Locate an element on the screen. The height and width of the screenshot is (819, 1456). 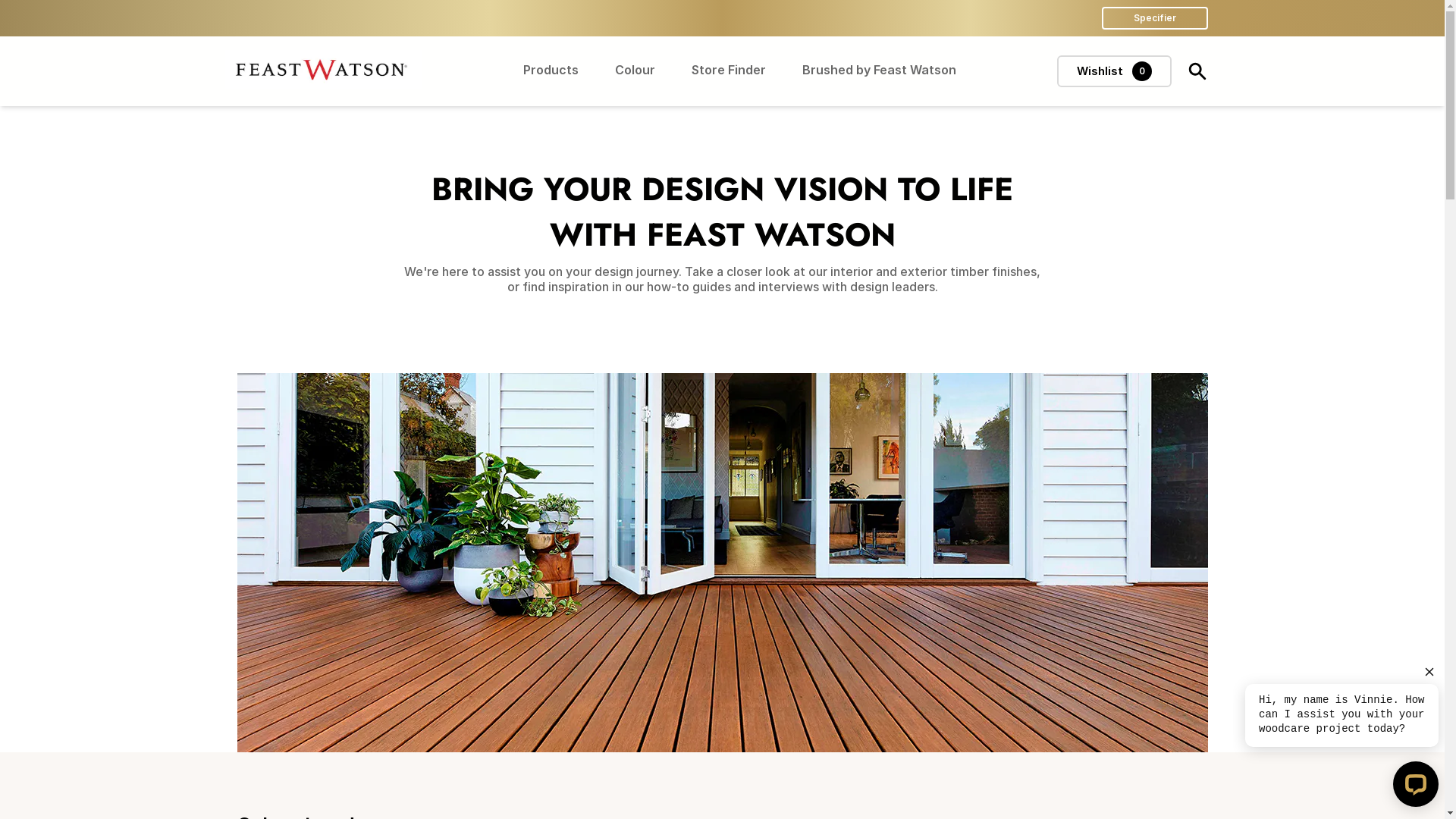
'Wishlist is located at coordinates (1114, 71).